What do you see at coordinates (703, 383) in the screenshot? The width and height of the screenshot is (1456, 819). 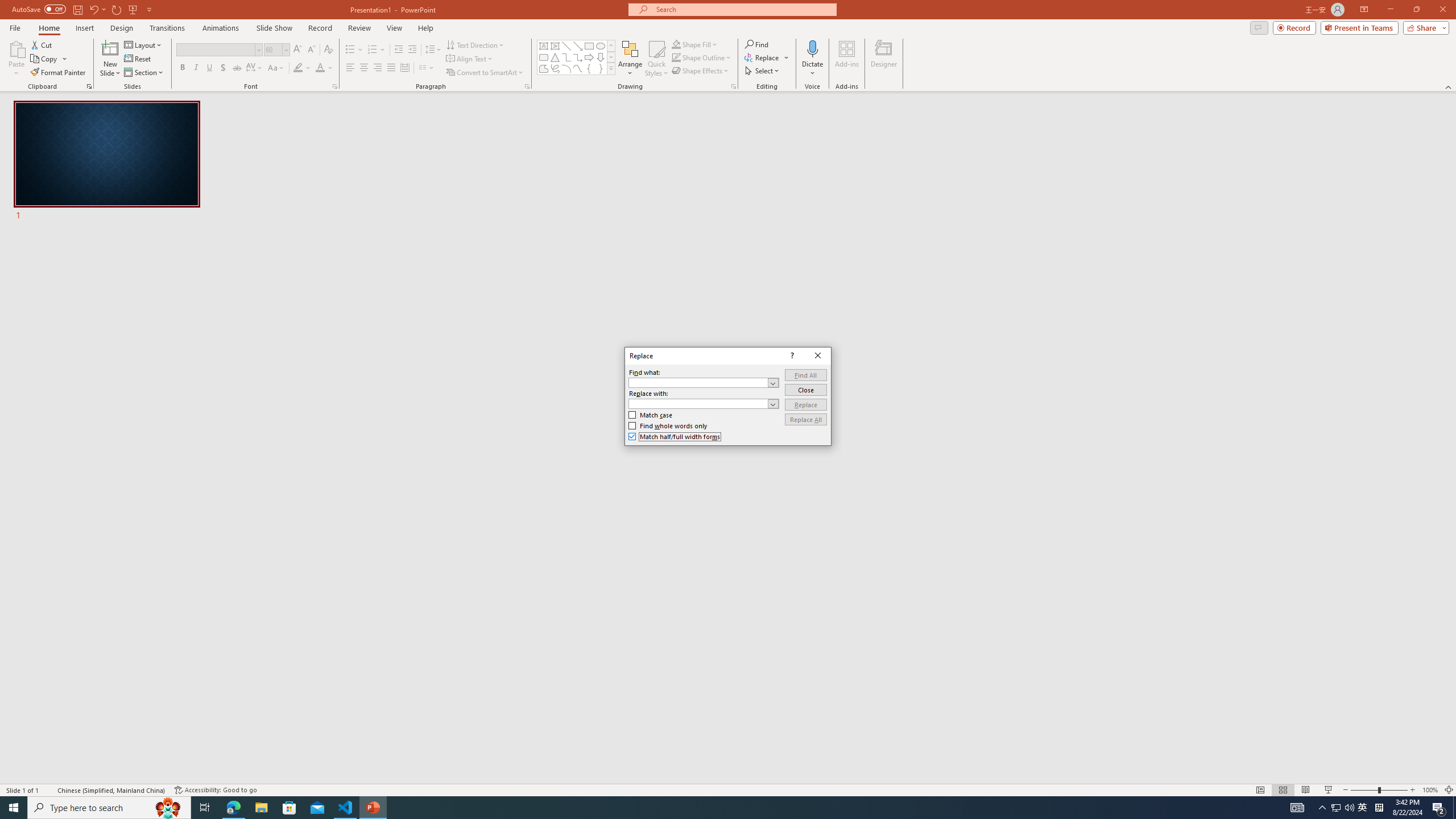 I see `'Find what'` at bounding box center [703, 383].